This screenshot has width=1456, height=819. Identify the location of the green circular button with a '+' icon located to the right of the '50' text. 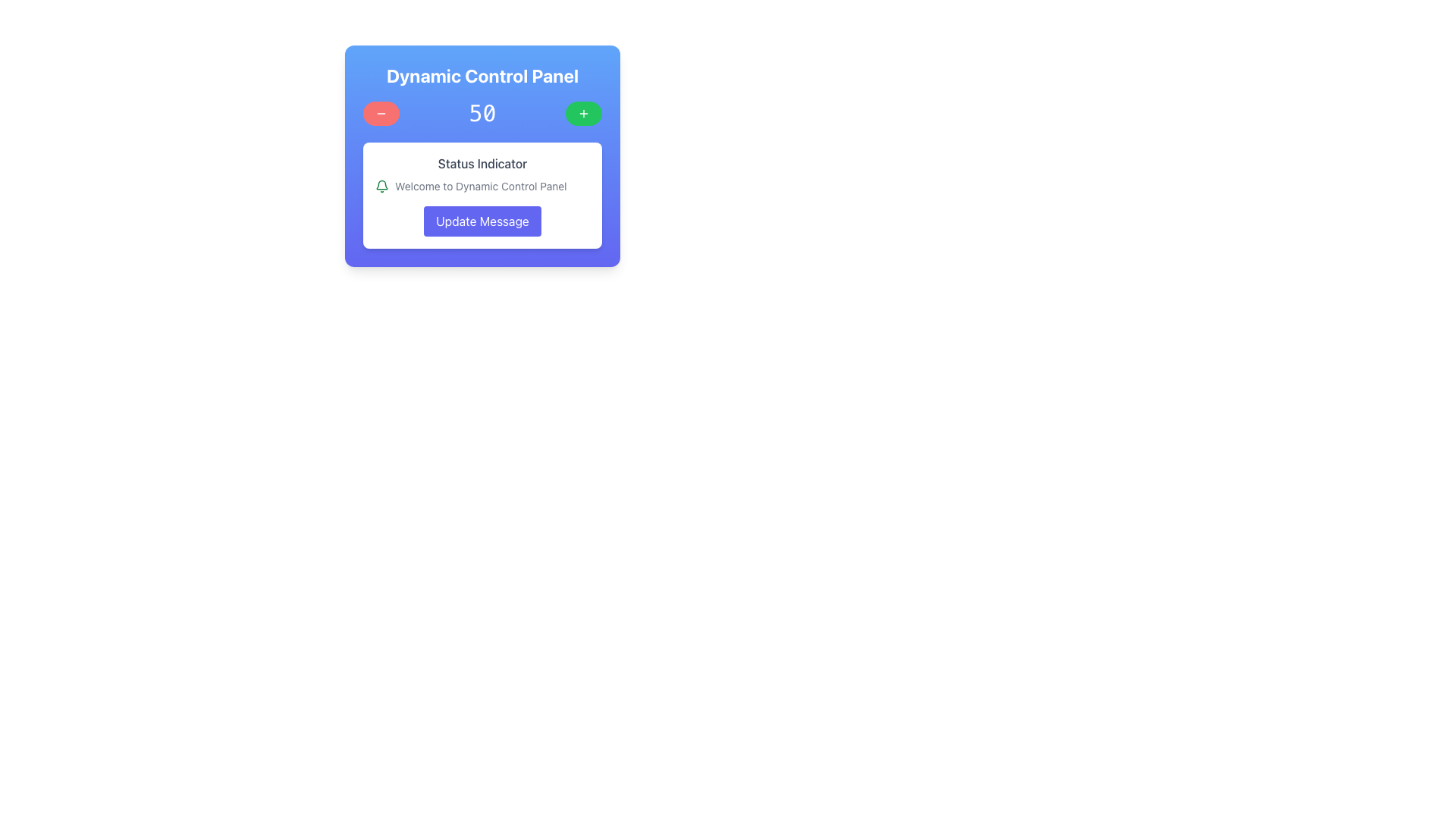
(582, 113).